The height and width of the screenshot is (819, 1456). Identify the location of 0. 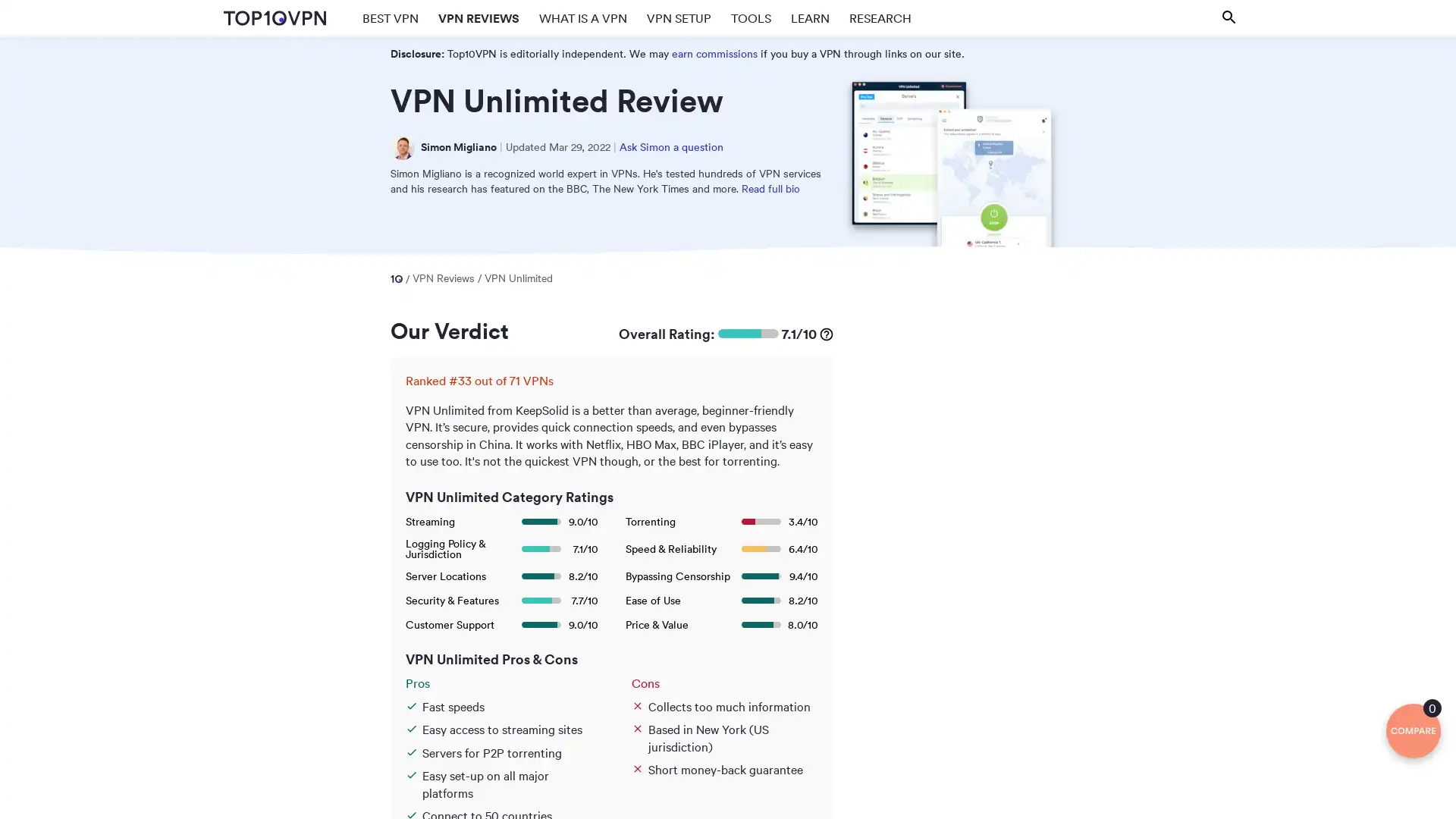
(1412, 730).